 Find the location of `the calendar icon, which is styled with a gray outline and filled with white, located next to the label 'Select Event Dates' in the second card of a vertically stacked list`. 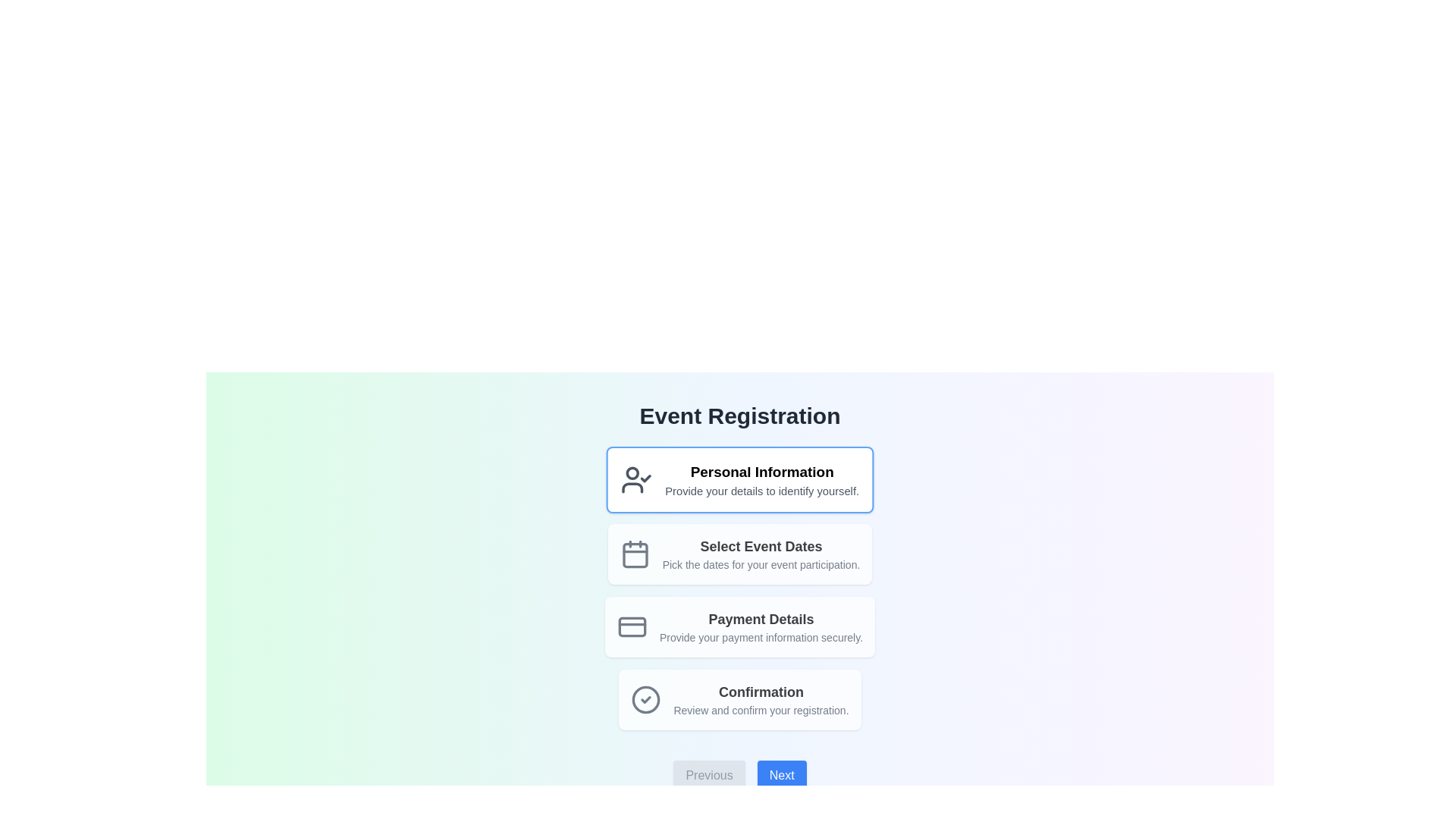

the calendar icon, which is styled with a gray outline and filled with white, located next to the label 'Select Event Dates' in the second card of a vertically stacked list is located at coordinates (635, 554).